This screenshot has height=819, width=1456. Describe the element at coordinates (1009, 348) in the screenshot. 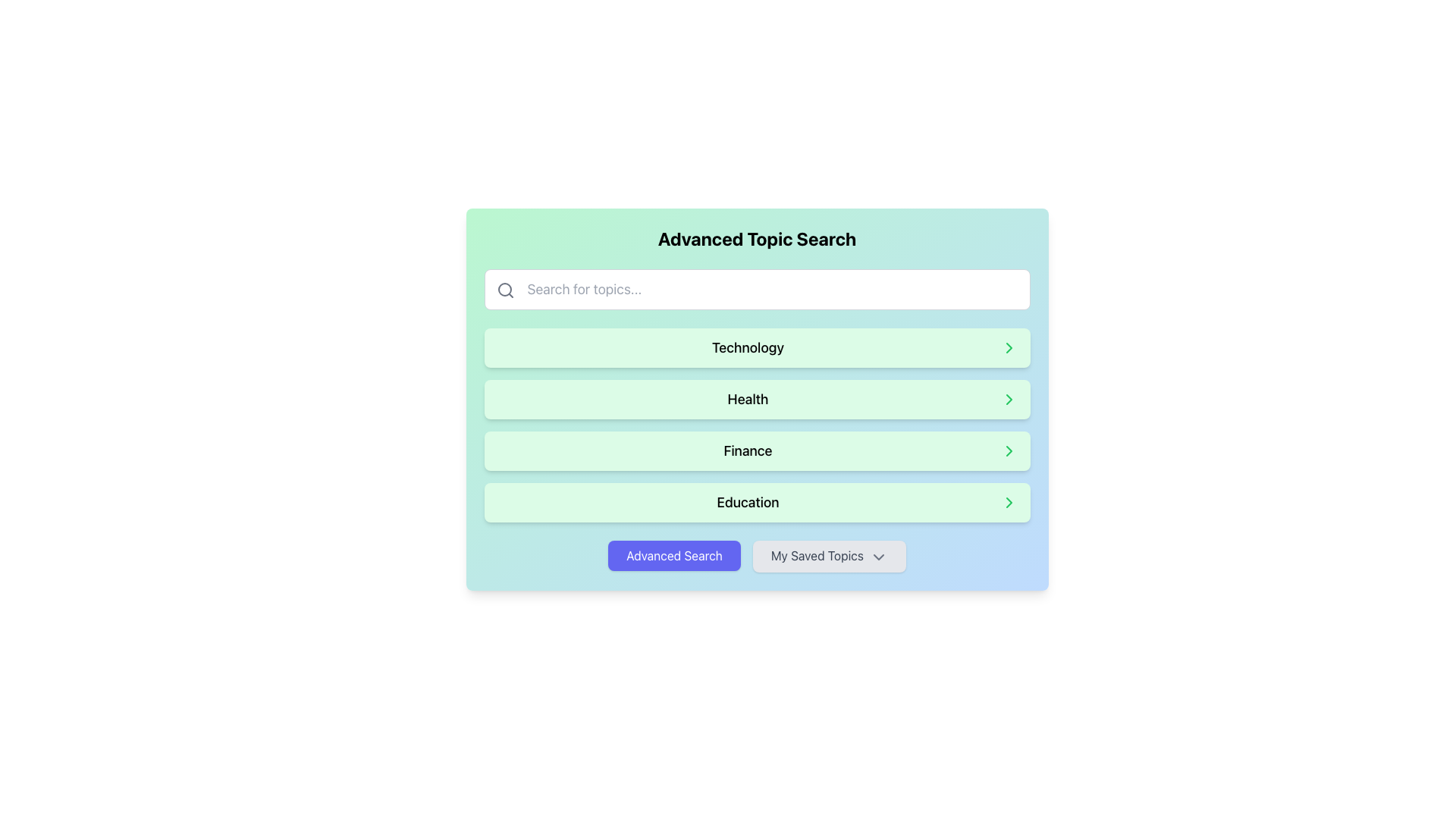

I see `the vector-based icon resembling a chevron or arrow located within the button labeled 'Technology', positioned near the right edge of the button` at that location.